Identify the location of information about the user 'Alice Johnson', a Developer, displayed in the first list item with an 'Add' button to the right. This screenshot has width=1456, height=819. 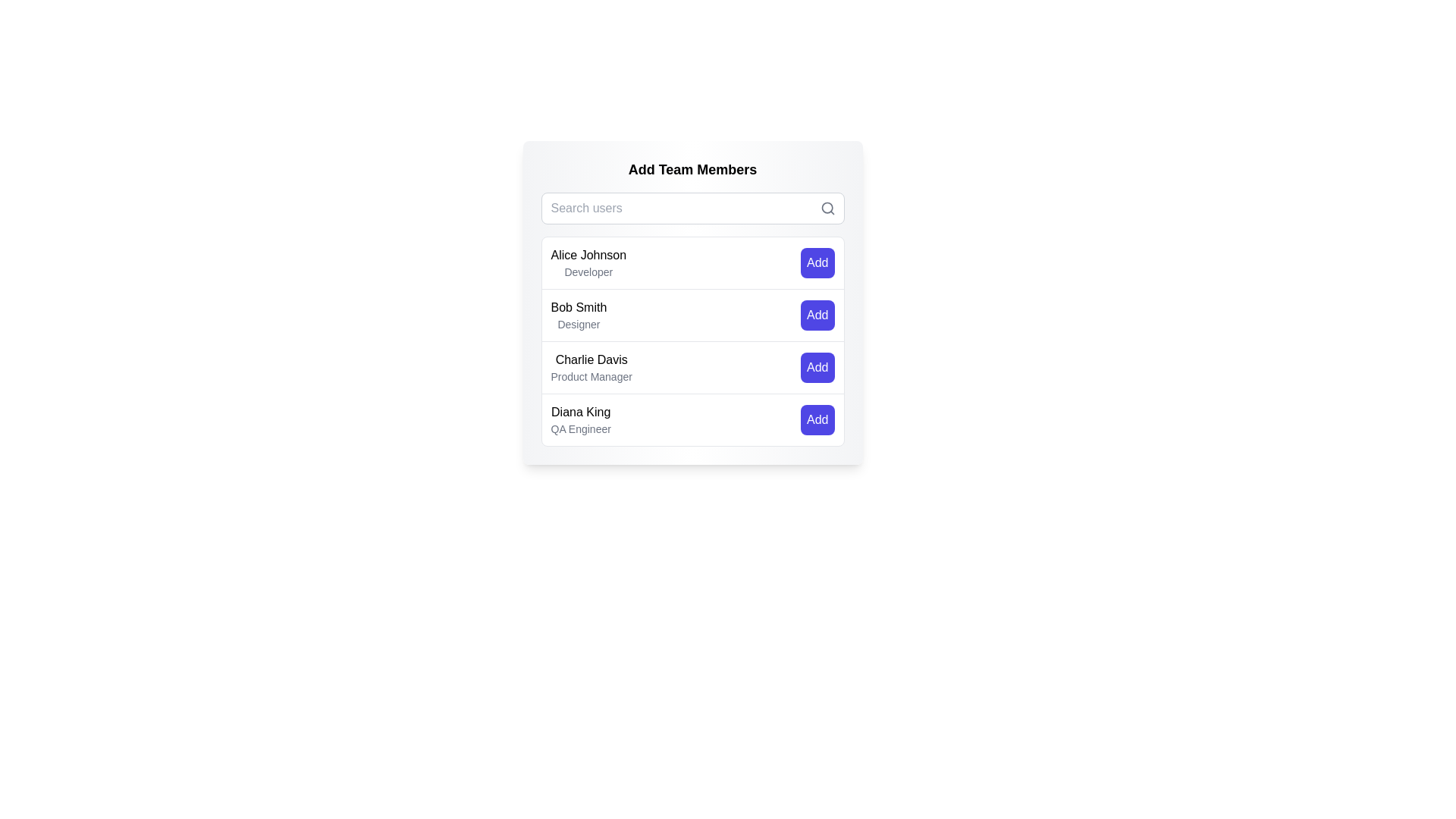
(692, 262).